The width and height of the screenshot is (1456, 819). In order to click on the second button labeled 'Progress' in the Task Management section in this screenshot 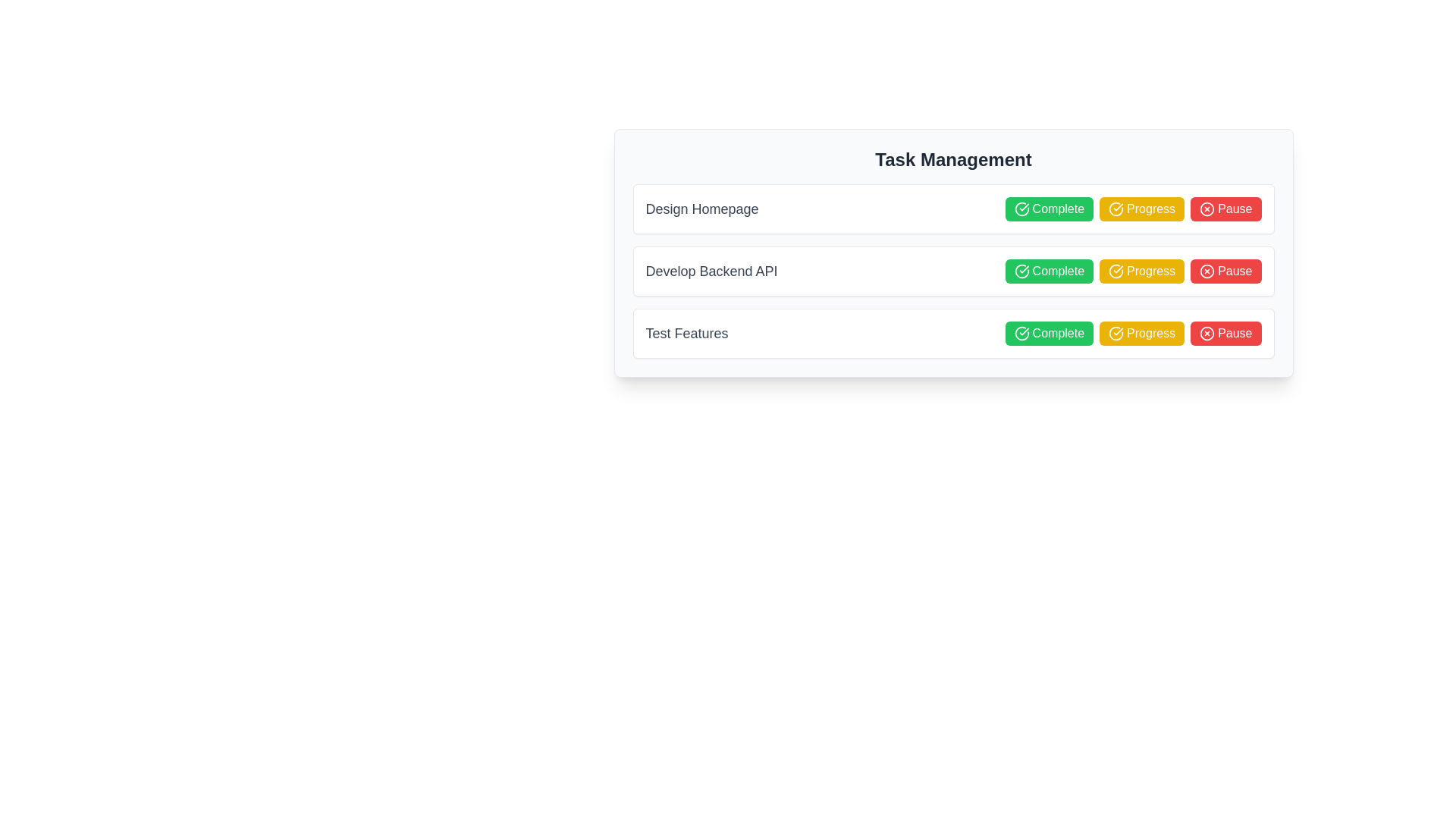, I will do `click(1142, 209)`.